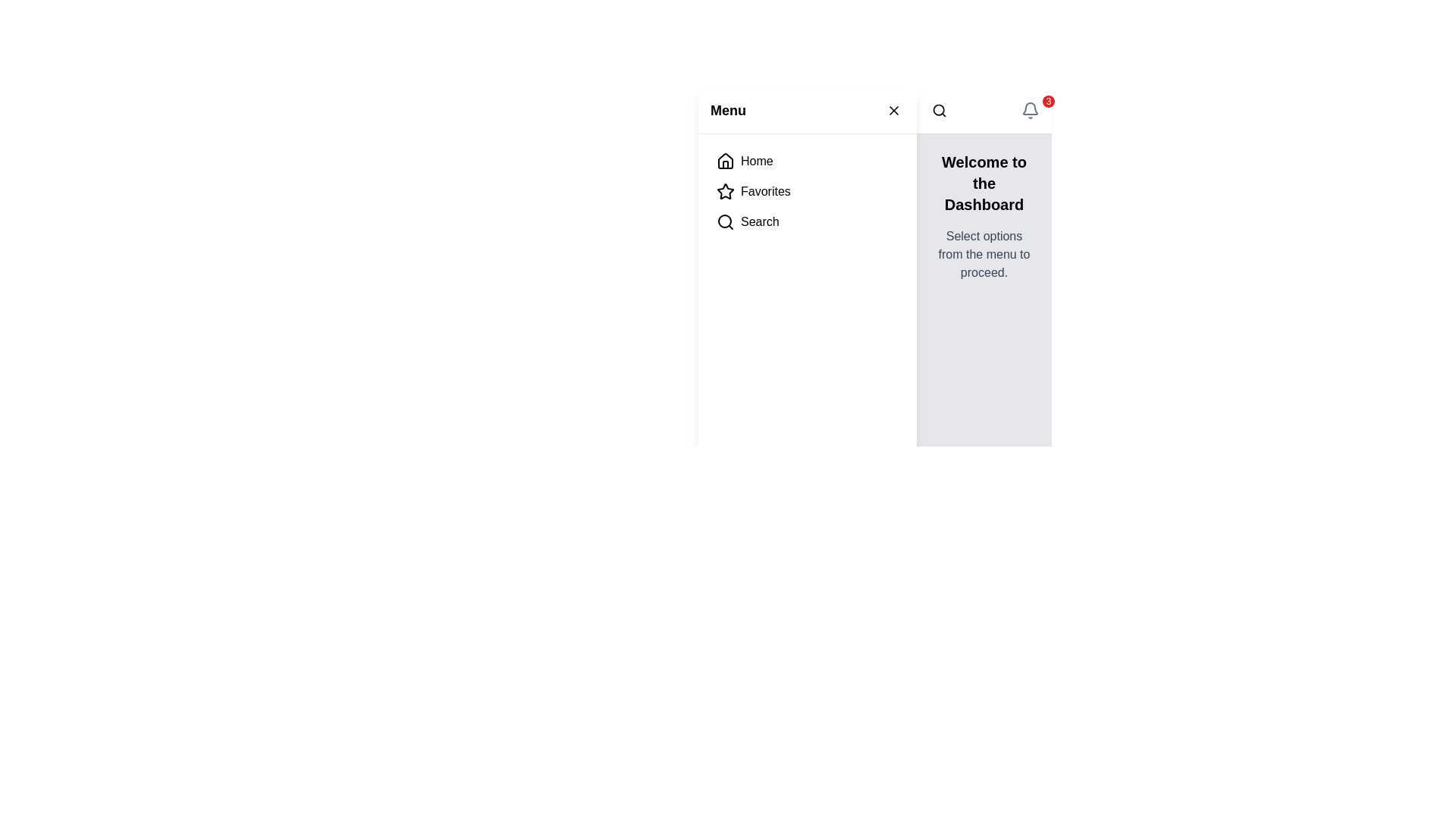 This screenshot has height=819, width=1456. I want to click on the circular search icon button with a magnifying glass symbol located at the top right corner of the interface, so click(938, 110).